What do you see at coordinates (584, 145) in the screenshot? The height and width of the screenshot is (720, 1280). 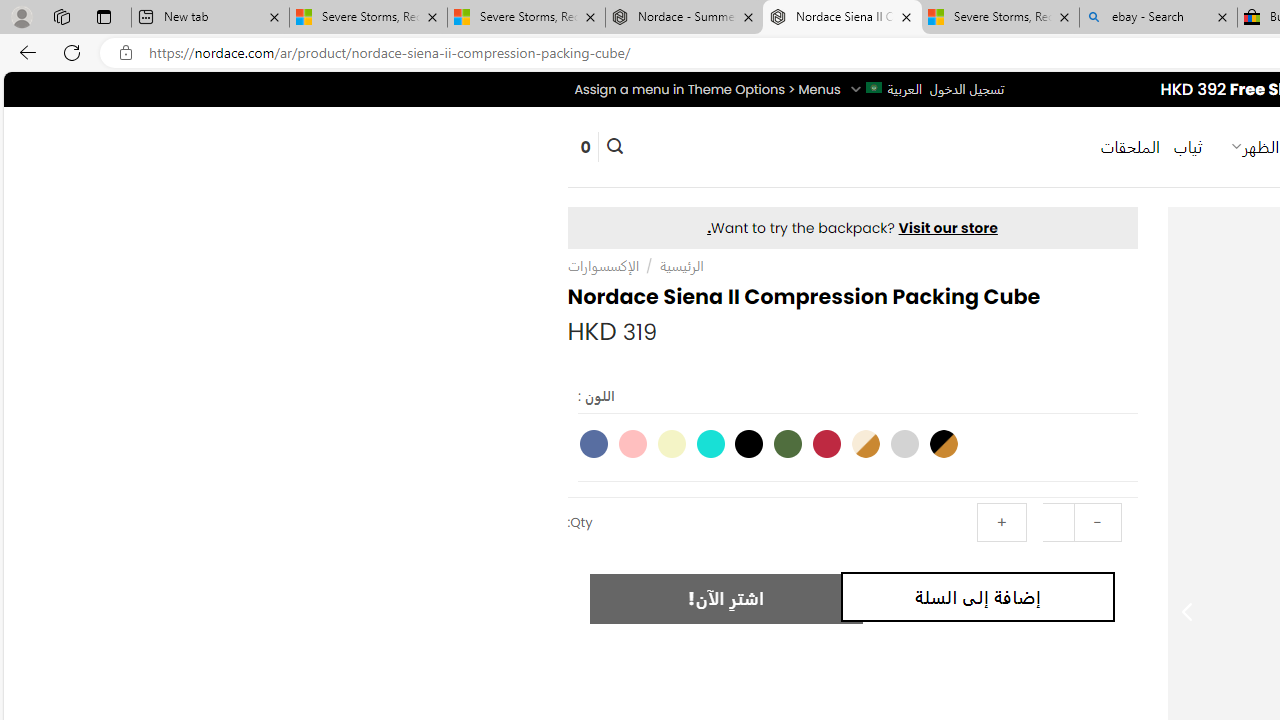 I see `'  0'` at bounding box center [584, 145].